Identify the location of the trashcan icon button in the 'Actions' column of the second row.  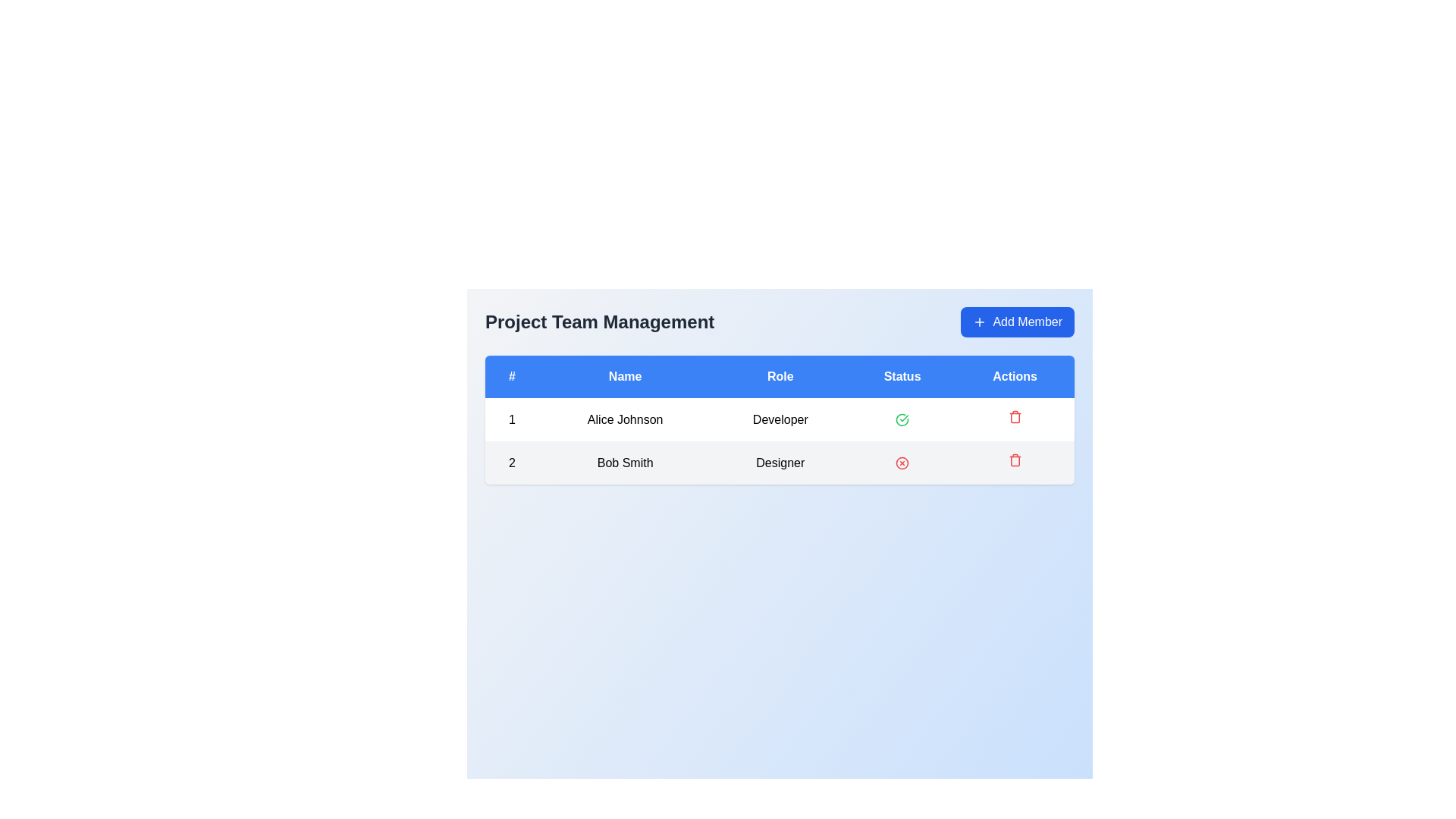
(1015, 462).